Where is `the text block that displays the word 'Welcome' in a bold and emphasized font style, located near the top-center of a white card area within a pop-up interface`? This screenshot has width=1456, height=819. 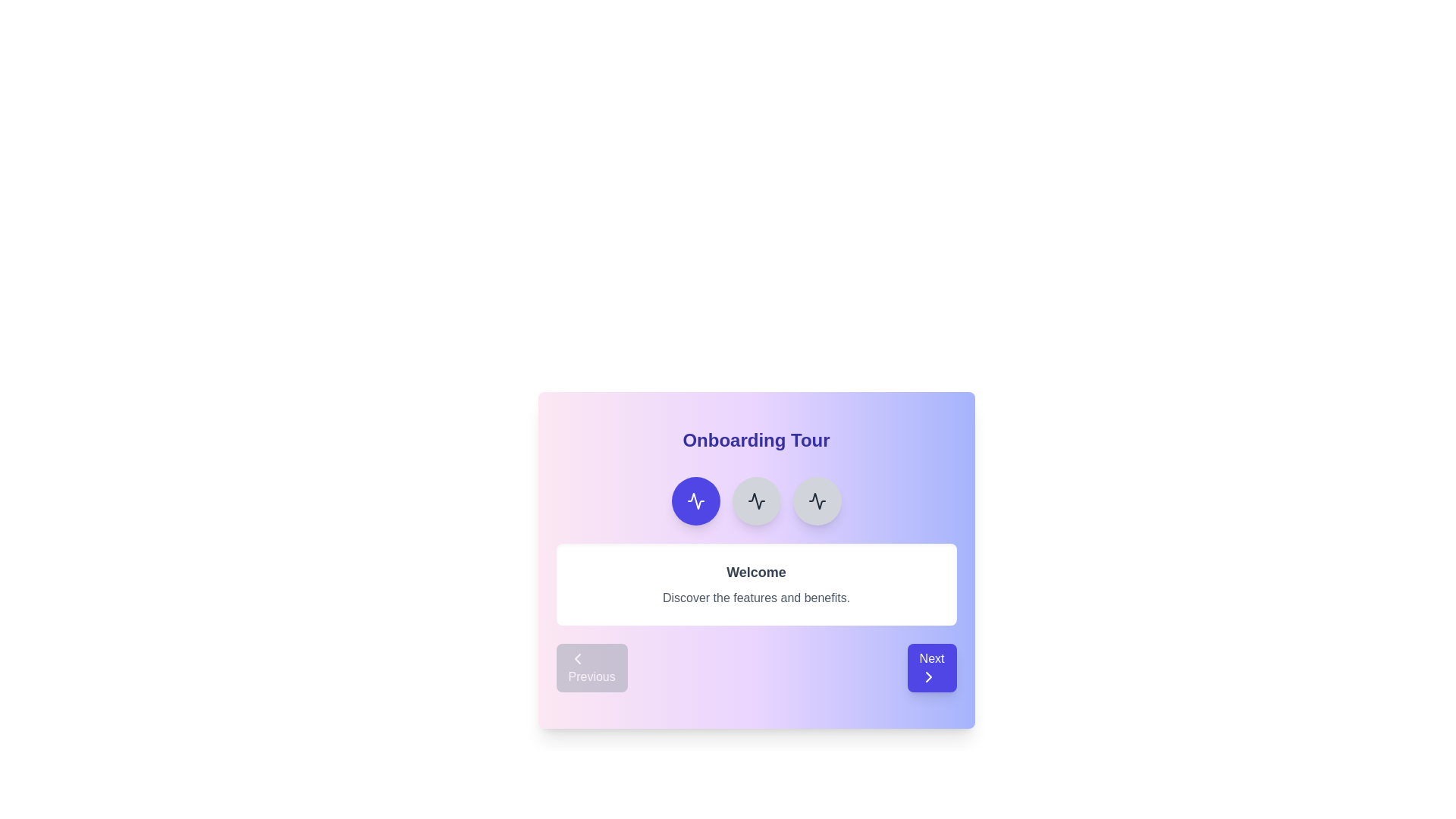
the text block that displays the word 'Welcome' in a bold and emphasized font style, located near the top-center of a white card area within a pop-up interface is located at coordinates (756, 573).